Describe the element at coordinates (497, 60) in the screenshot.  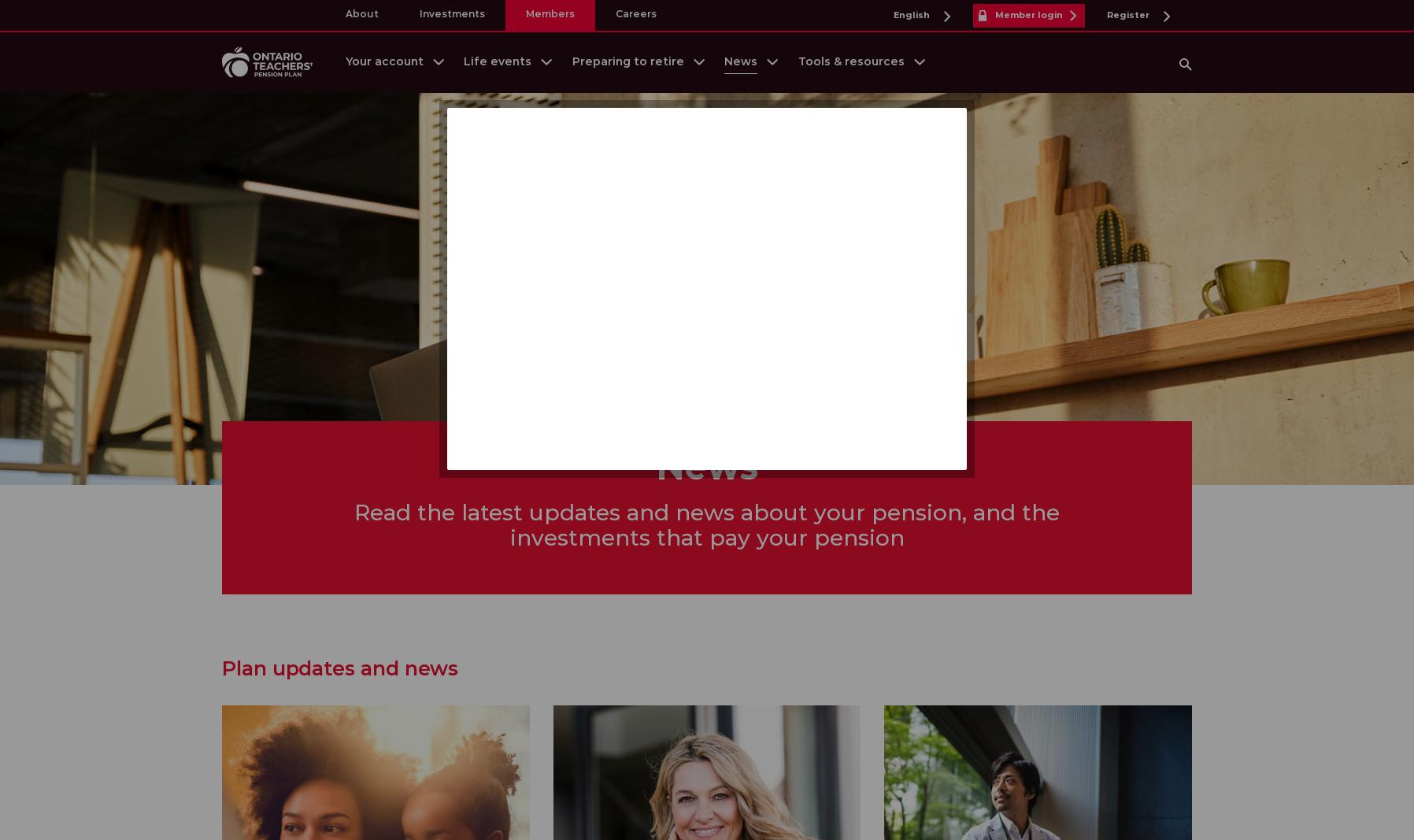
I see `'Life events'` at that location.